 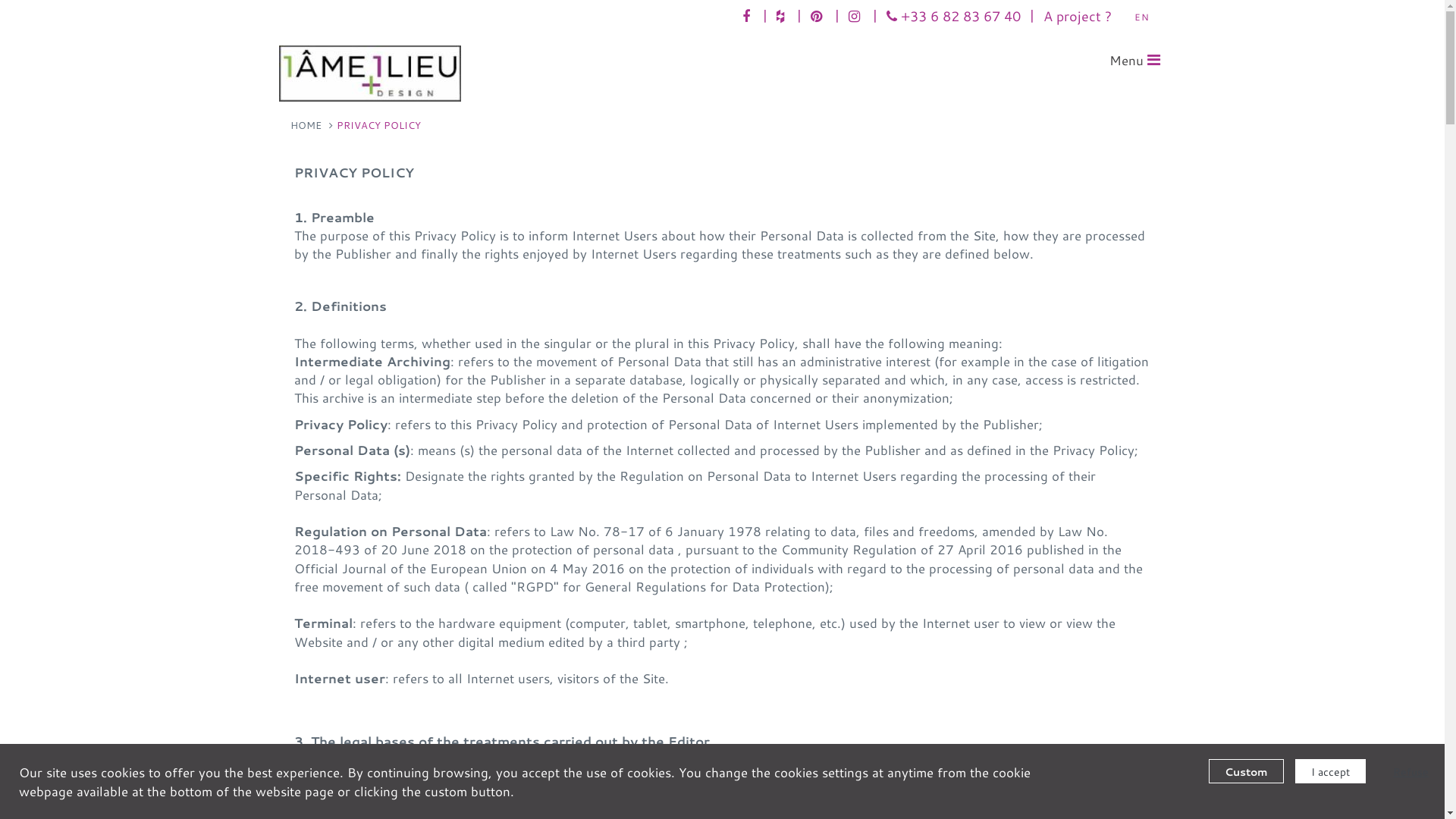 What do you see at coordinates (1128, 17) in the screenshot?
I see `'EN'` at bounding box center [1128, 17].